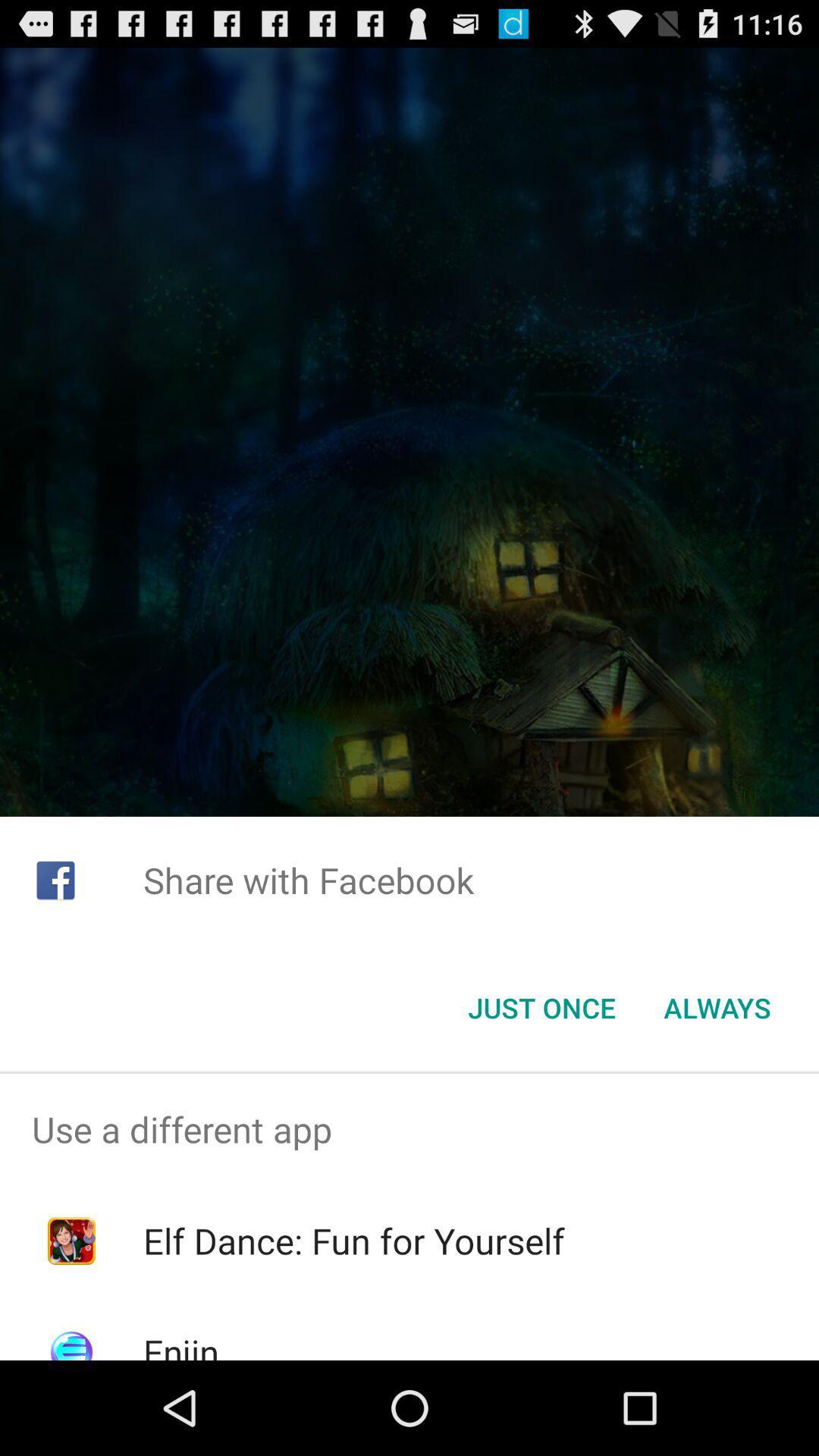 The height and width of the screenshot is (1456, 819). What do you see at coordinates (409, 1129) in the screenshot?
I see `use a different icon` at bounding box center [409, 1129].